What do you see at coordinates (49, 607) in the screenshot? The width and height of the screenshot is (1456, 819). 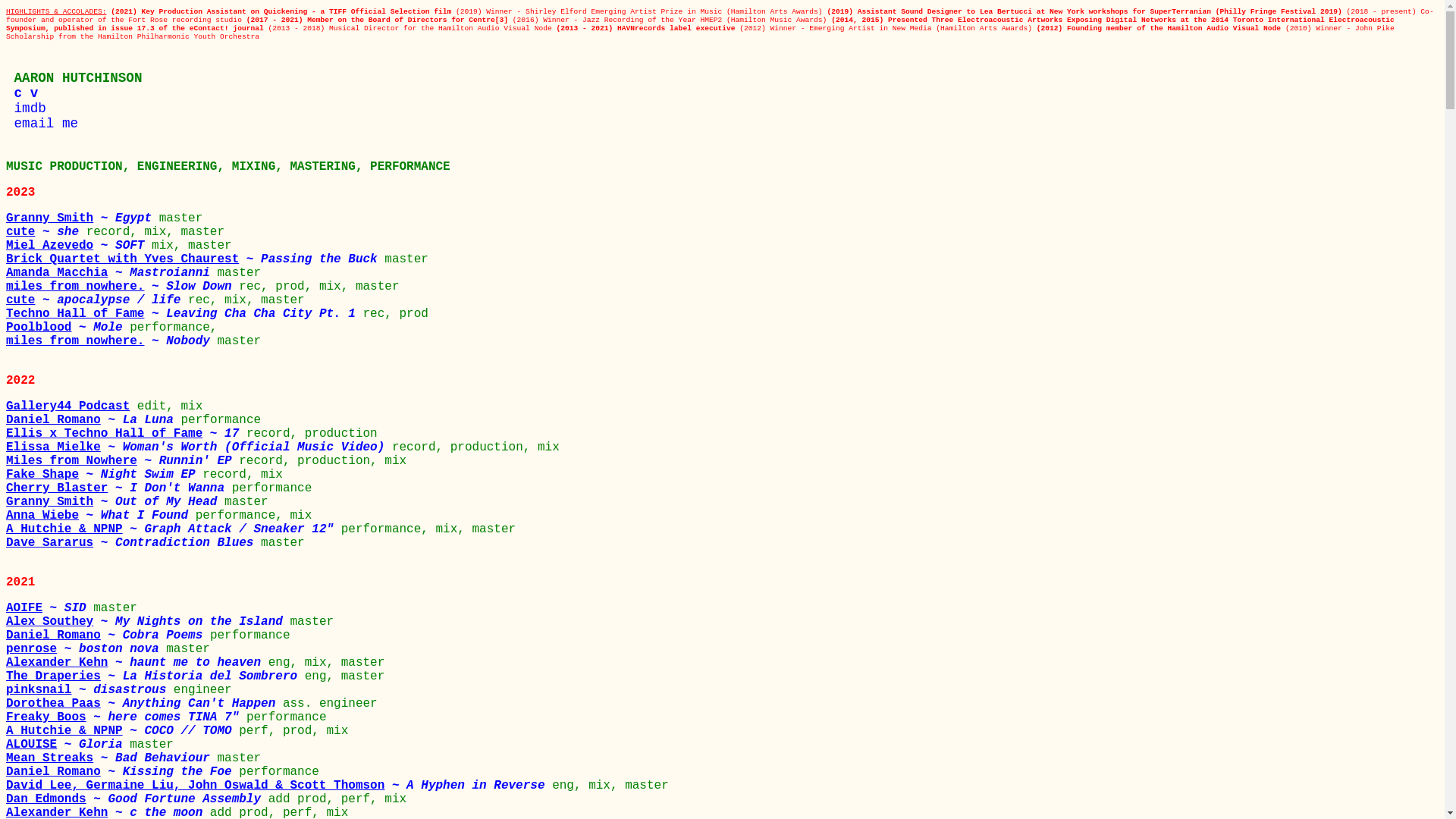 I see `'AOIFE ~ SID'` at bounding box center [49, 607].